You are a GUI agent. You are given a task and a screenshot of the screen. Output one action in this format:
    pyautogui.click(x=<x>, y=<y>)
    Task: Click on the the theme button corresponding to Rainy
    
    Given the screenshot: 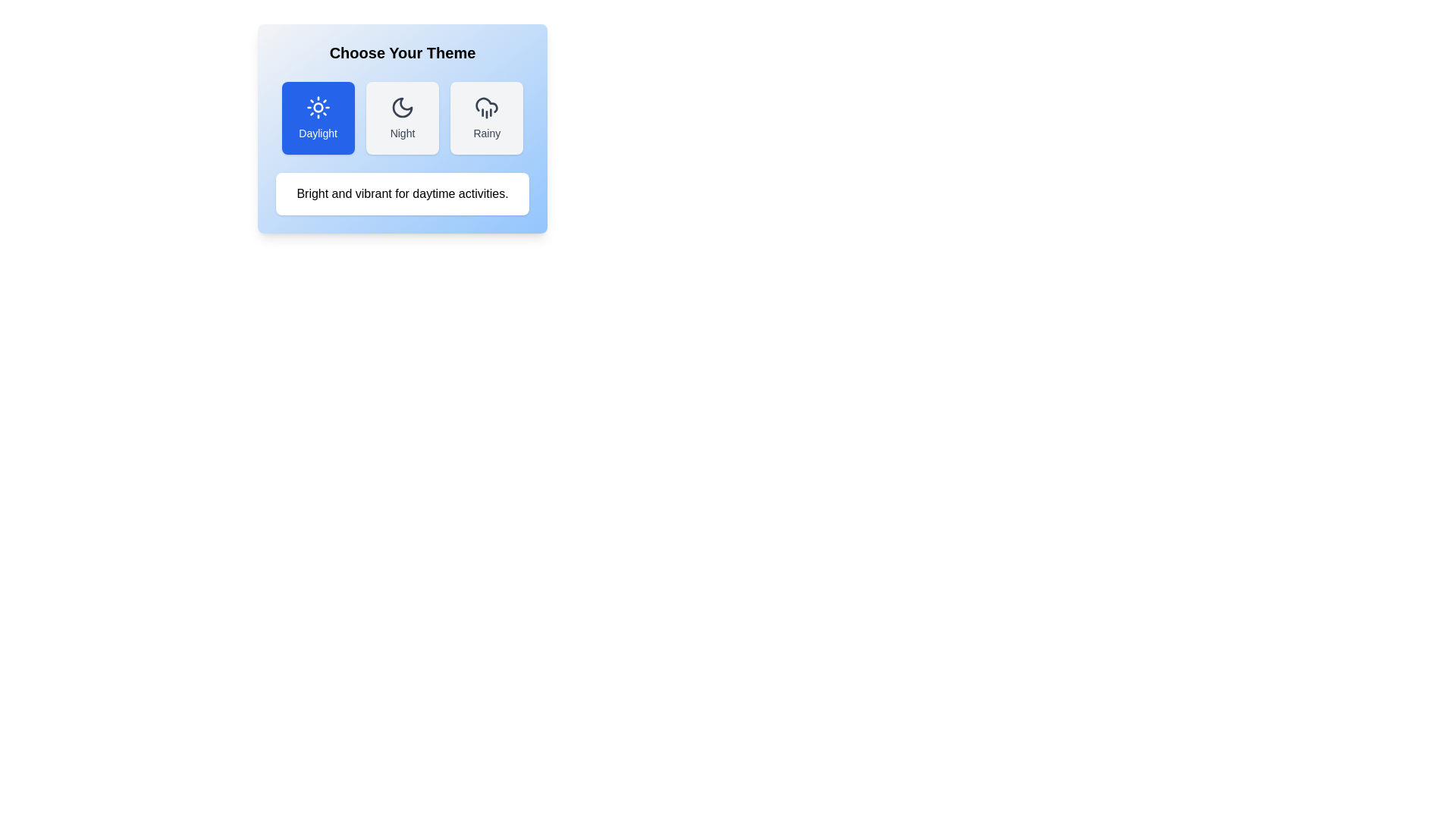 What is the action you would take?
    pyautogui.click(x=487, y=117)
    